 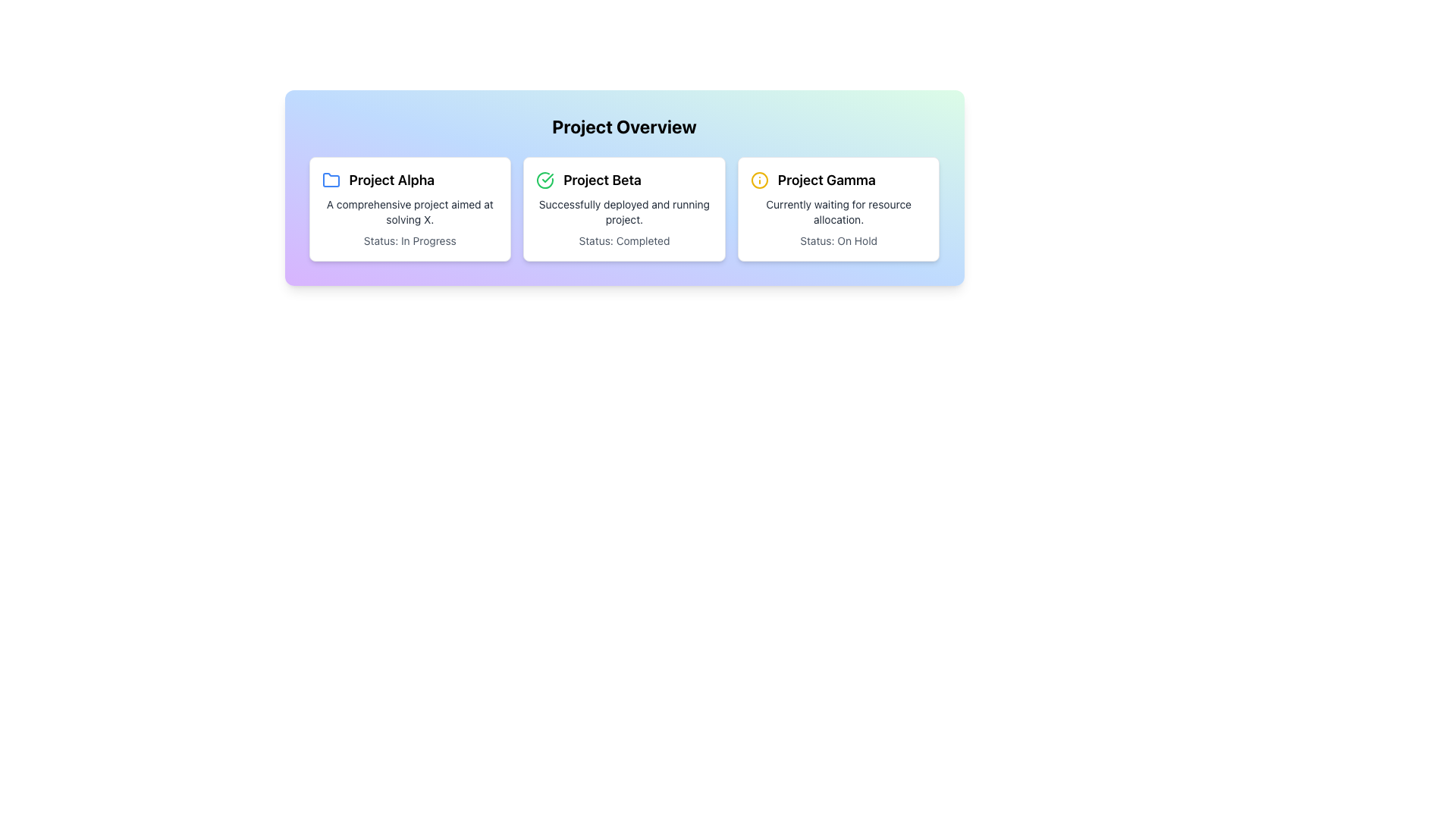 I want to click on the text label that serves as the title of the card named 'Project Gamma', located at the top-left corner of the rightmost card in a row of similar cards, so click(x=838, y=180).